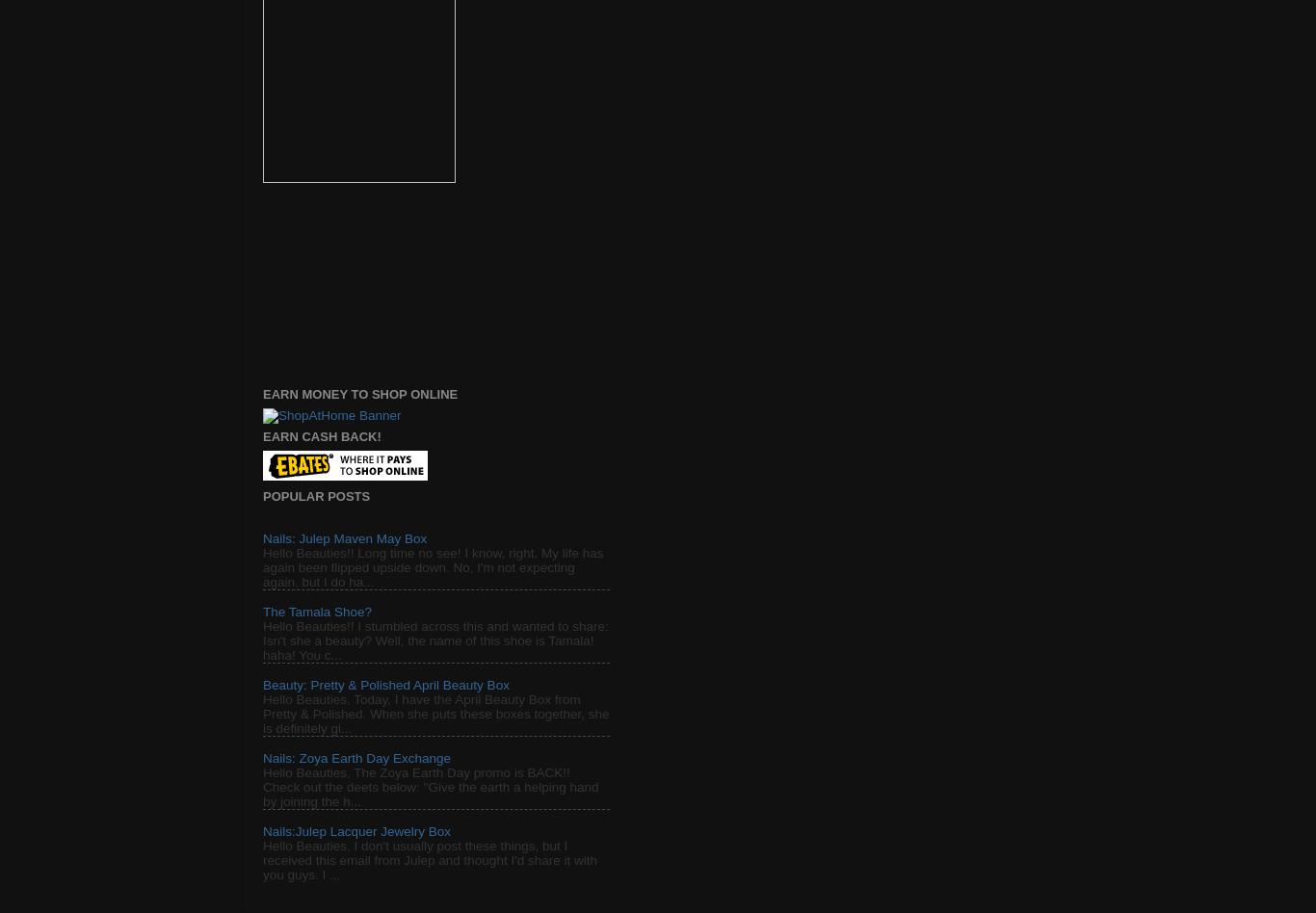 The image size is (1316, 913). What do you see at coordinates (263, 537) in the screenshot?
I see `'Nails: Julep Maven May Box'` at bounding box center [263, 537].